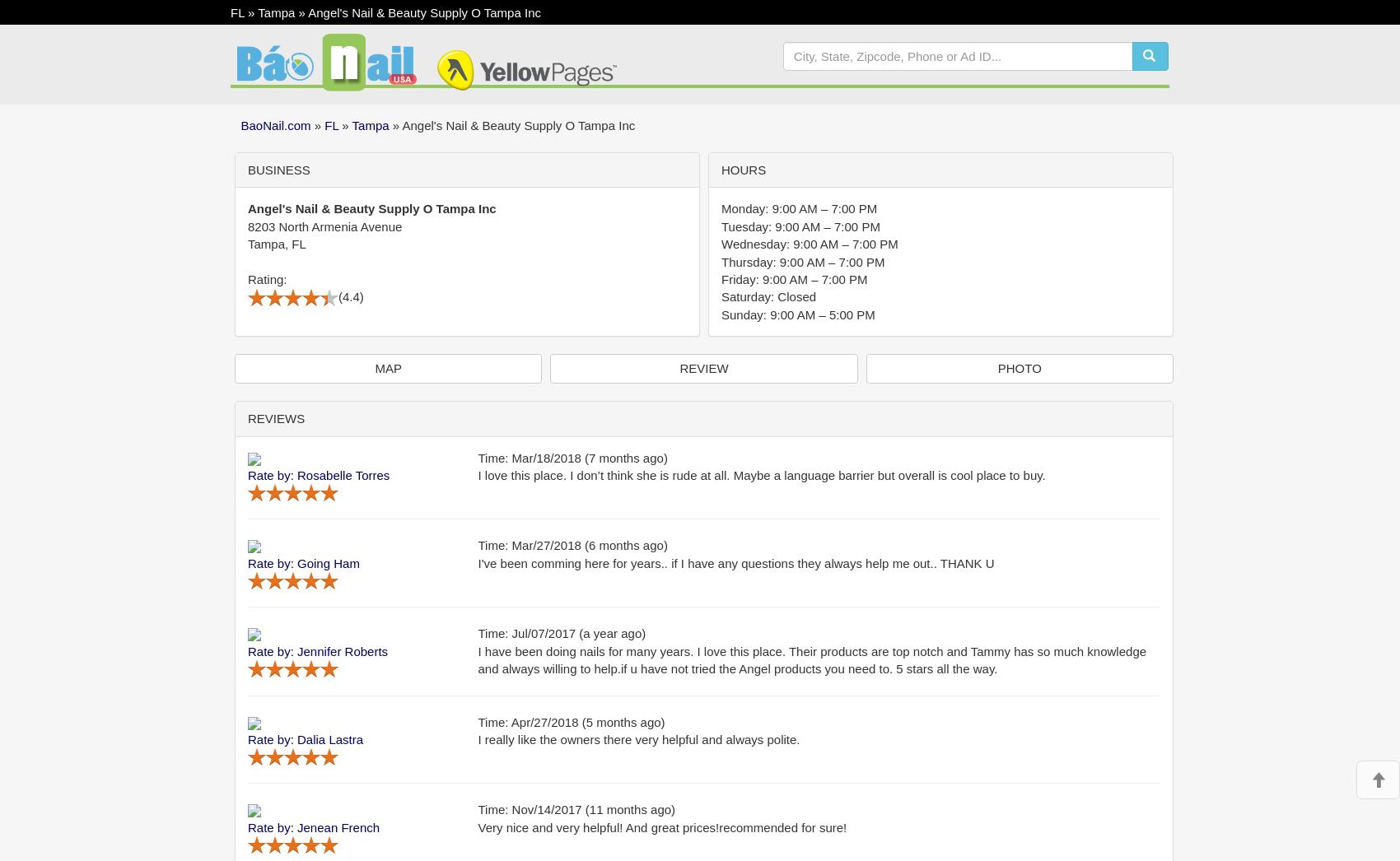 The image size is (1400, 861). What do you see at coordinates (278, 169) in the screenshot?
I see `'BUSINESS'` at bounding box center [278, 169].